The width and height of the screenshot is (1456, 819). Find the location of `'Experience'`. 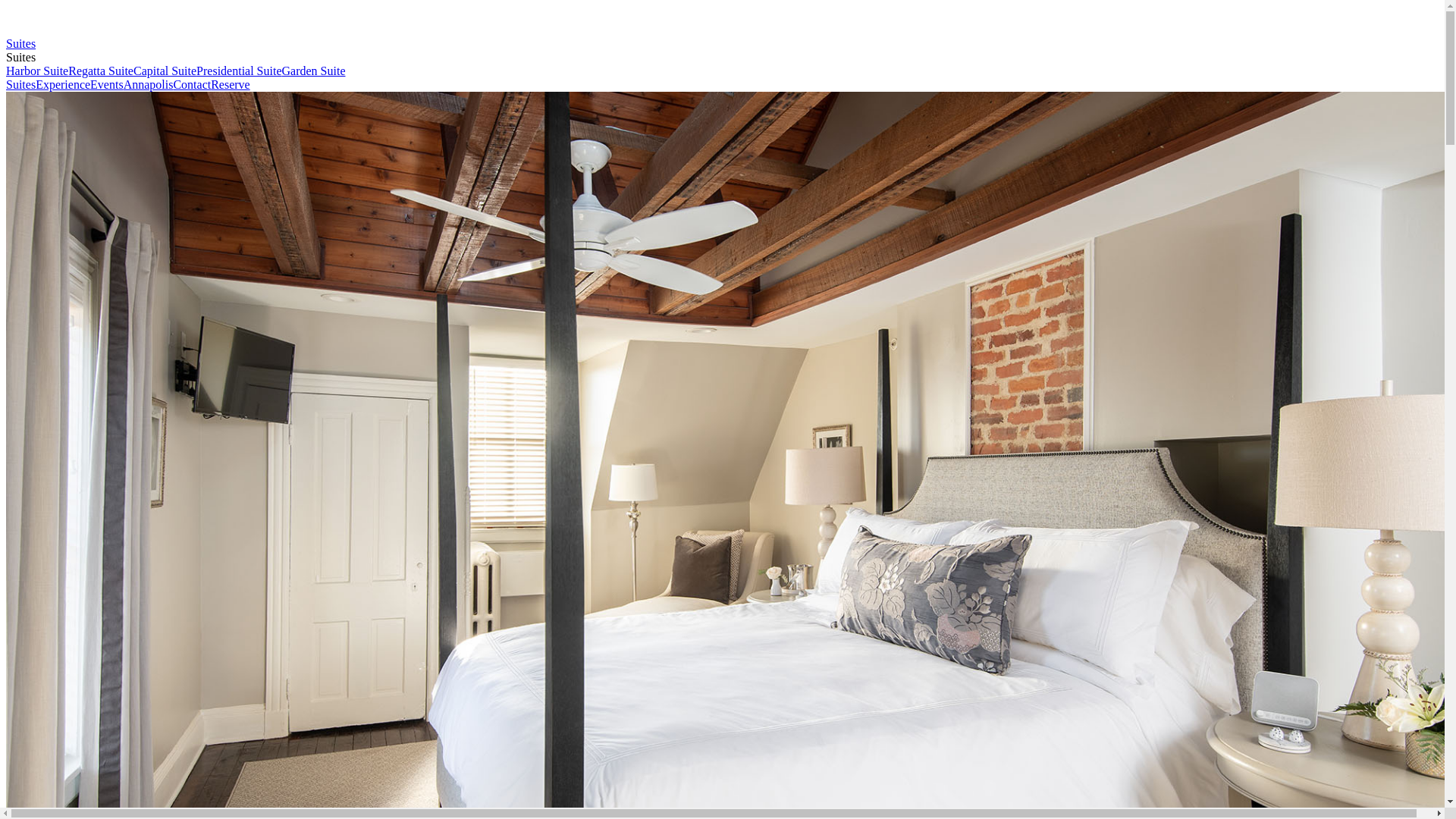

'Experience' is located at coordinates (61, 84).